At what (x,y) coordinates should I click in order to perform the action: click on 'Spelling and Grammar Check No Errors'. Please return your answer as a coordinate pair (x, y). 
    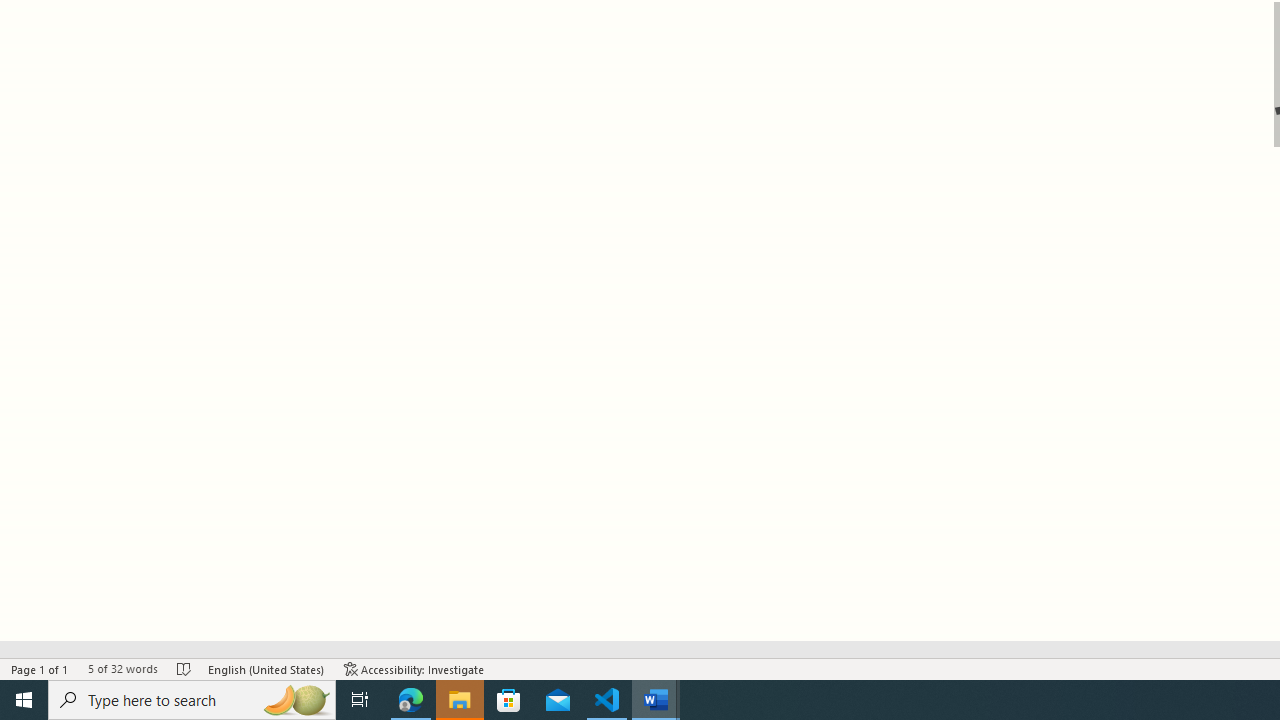
    Looking at the image, I should click on (184, 669).